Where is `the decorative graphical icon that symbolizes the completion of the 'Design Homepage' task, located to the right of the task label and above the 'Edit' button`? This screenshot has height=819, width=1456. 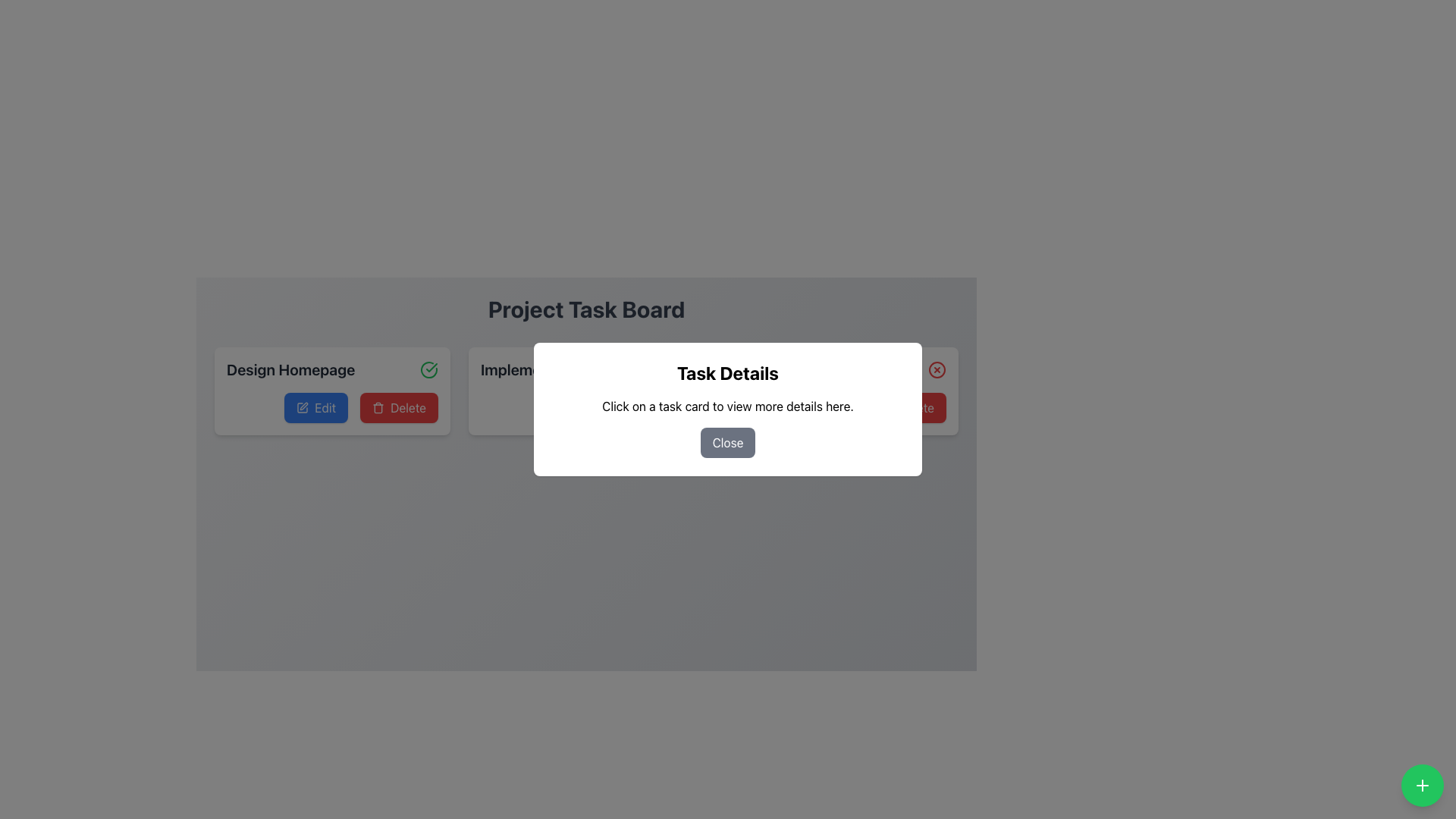
the decorative graphical icon that symbolizes the completion of the 'Design Homepage' task, located to the right of the task label and above the 'Edit' button is located at coordinates (428, 370).